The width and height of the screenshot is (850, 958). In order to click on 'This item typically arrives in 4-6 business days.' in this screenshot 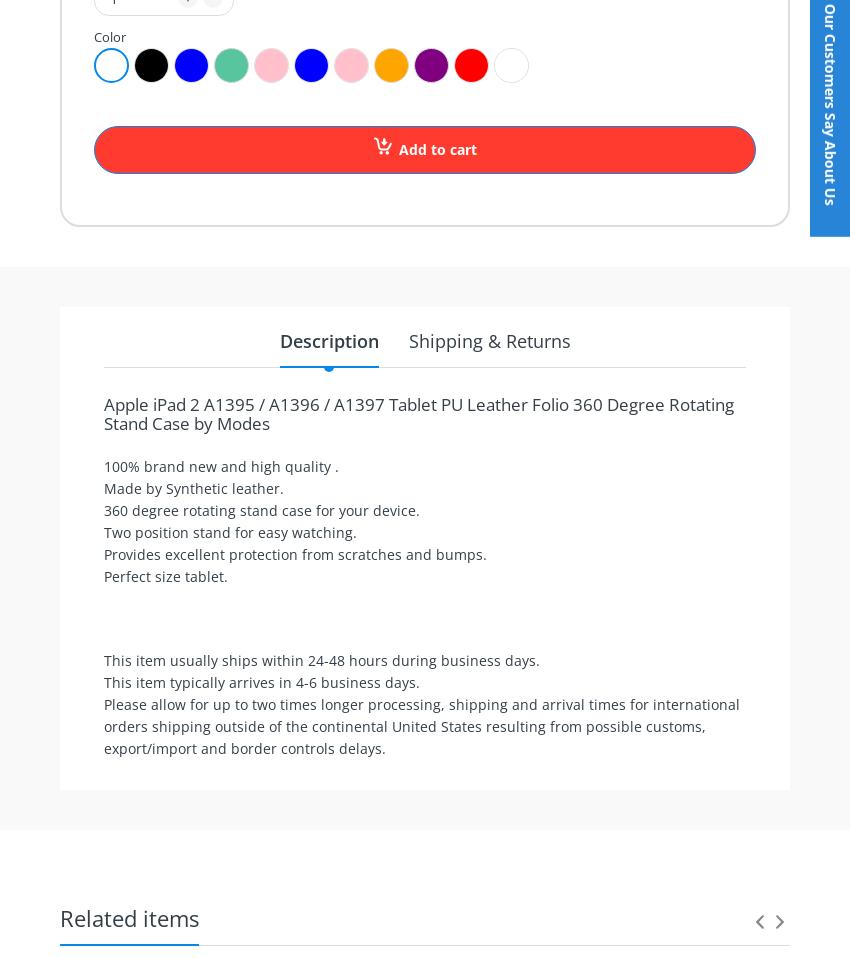, I will do `click(260, 681)`.